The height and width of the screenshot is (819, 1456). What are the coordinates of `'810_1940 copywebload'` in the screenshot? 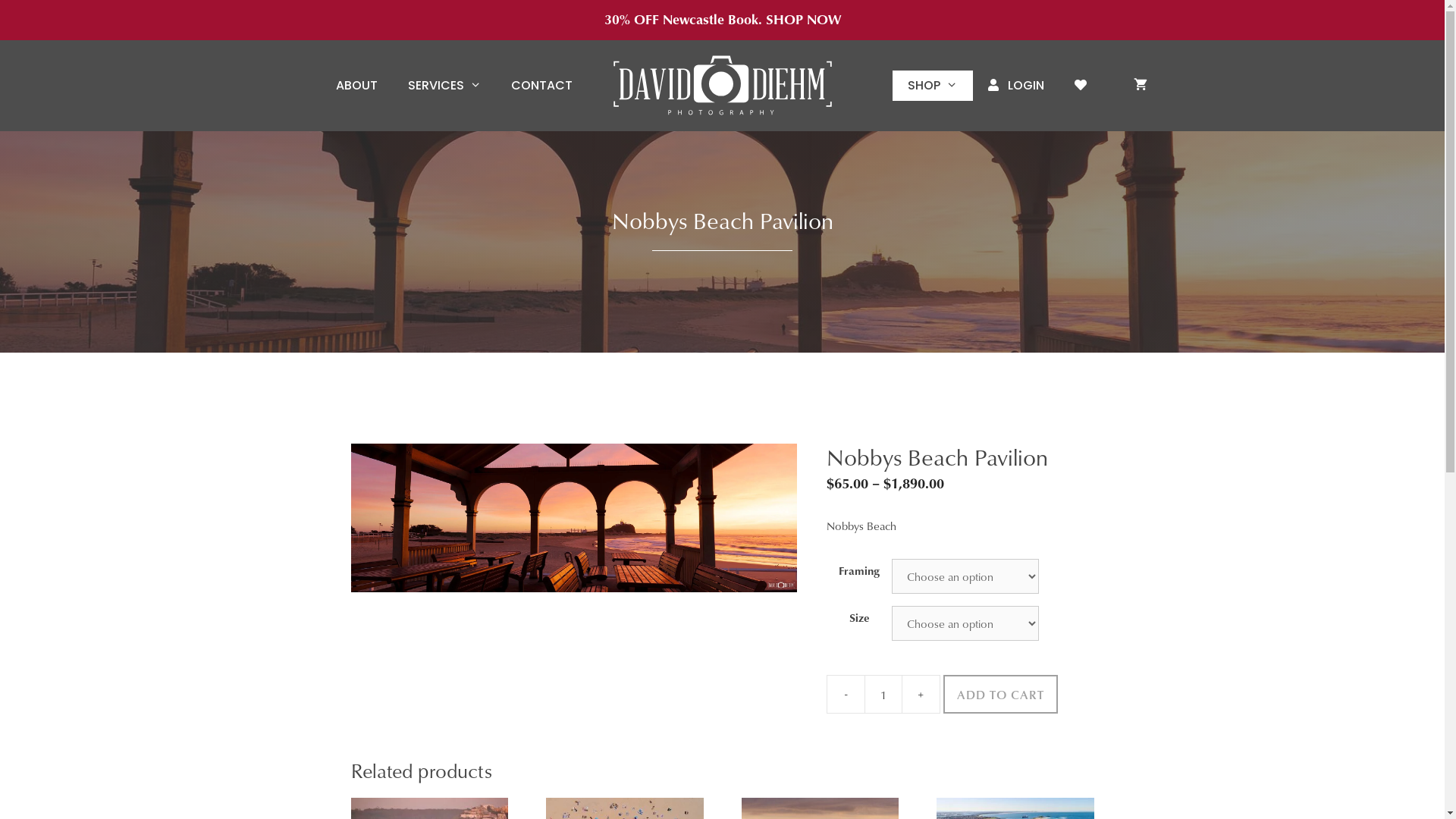 It's located at (572, 516).